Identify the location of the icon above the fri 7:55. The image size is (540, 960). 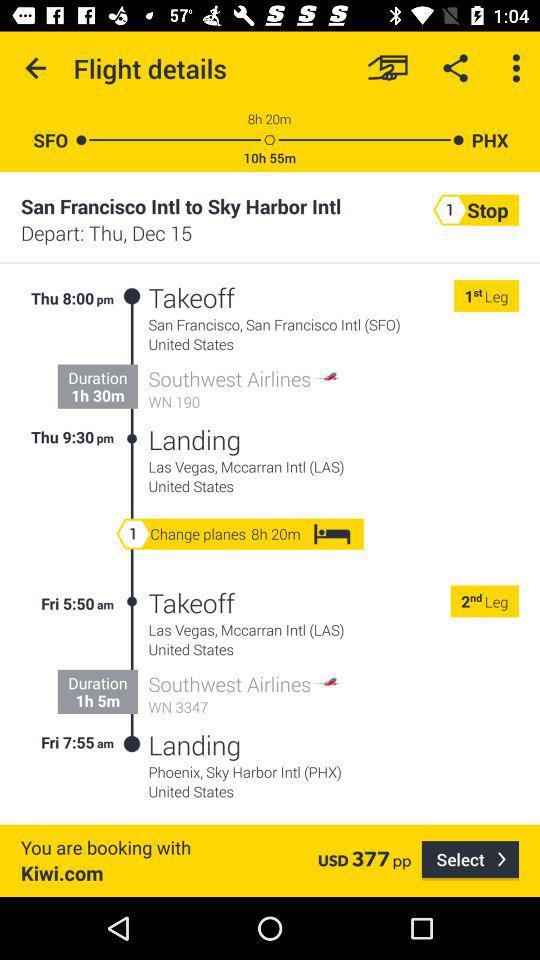
(96, 700).